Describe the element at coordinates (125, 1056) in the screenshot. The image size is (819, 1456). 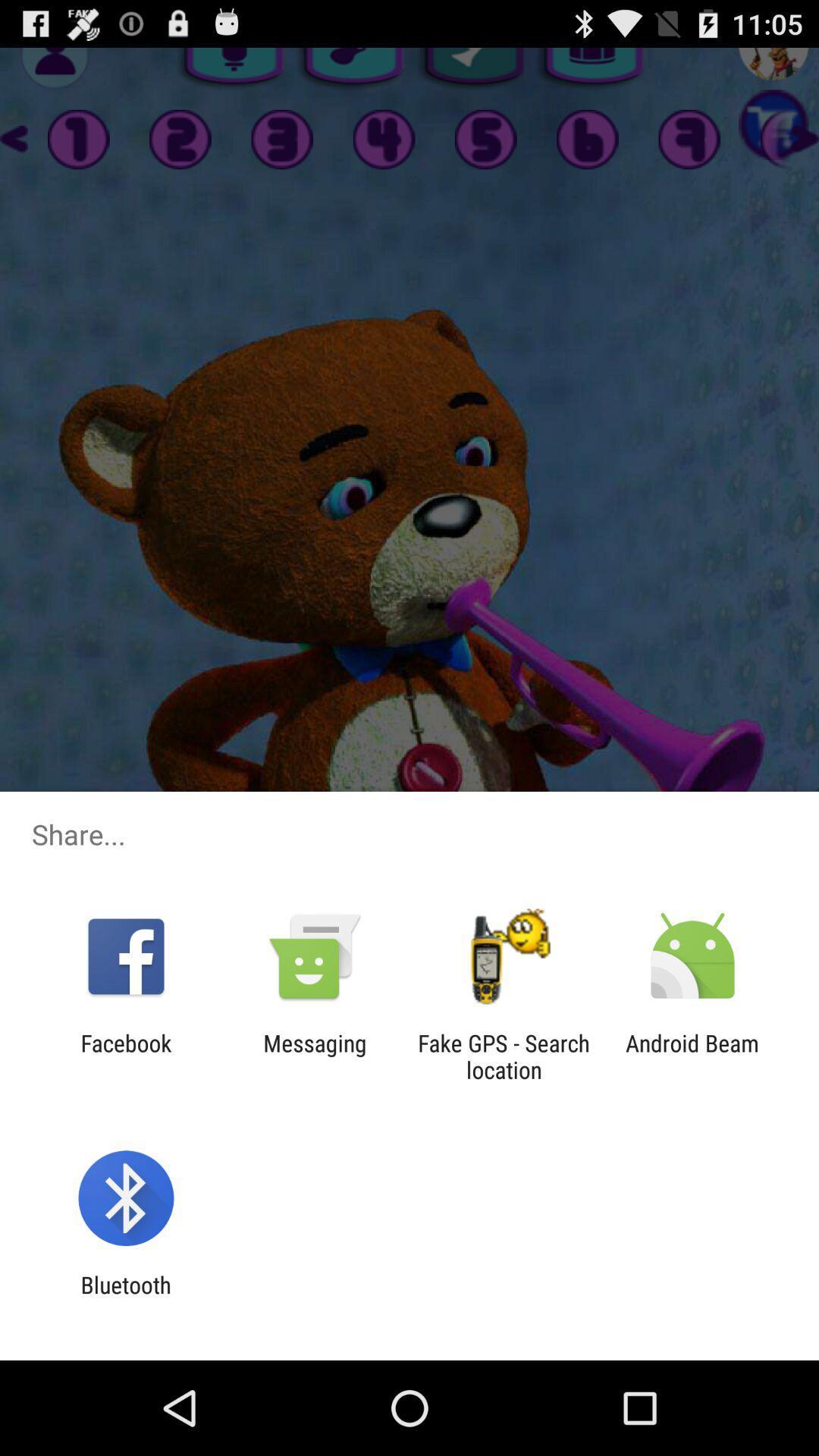
I see `the facebook item` at that location.